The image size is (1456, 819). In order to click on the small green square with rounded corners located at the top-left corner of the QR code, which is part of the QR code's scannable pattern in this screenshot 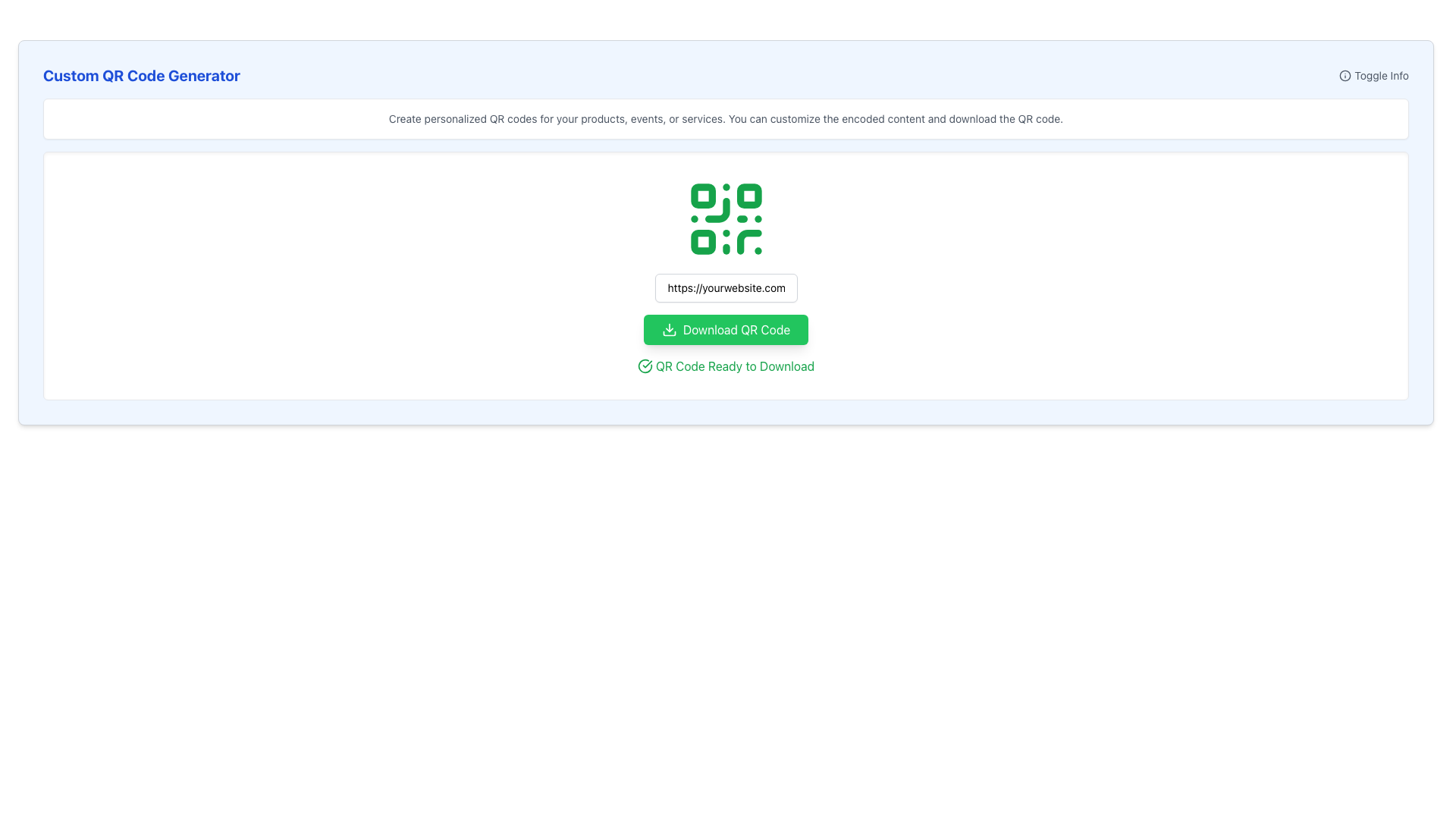, I will do `click(702, 195)`.